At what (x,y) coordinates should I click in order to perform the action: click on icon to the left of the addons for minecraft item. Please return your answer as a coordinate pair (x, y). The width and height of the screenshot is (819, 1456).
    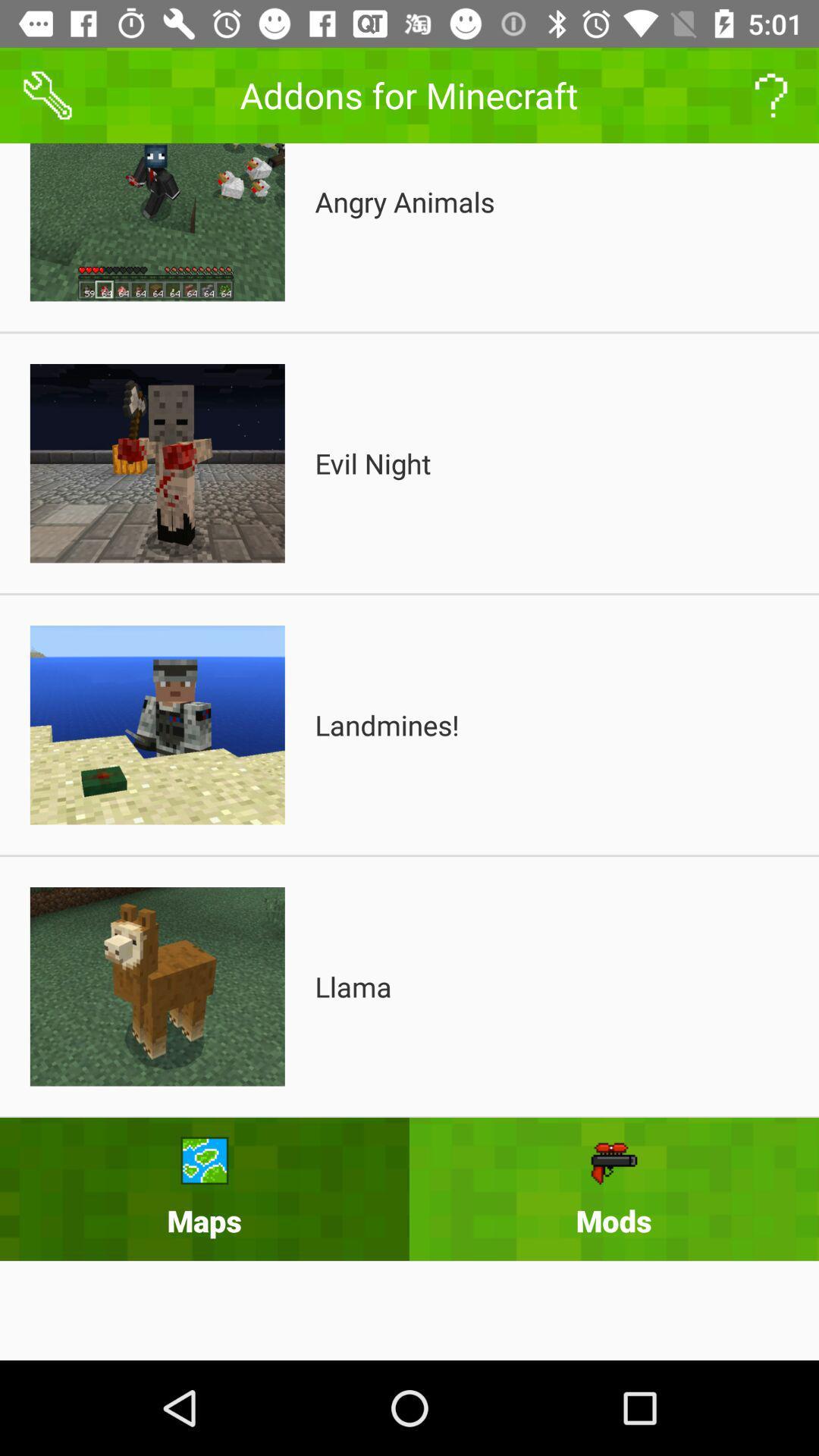
    Looking at the image, I should click on (46, 94).